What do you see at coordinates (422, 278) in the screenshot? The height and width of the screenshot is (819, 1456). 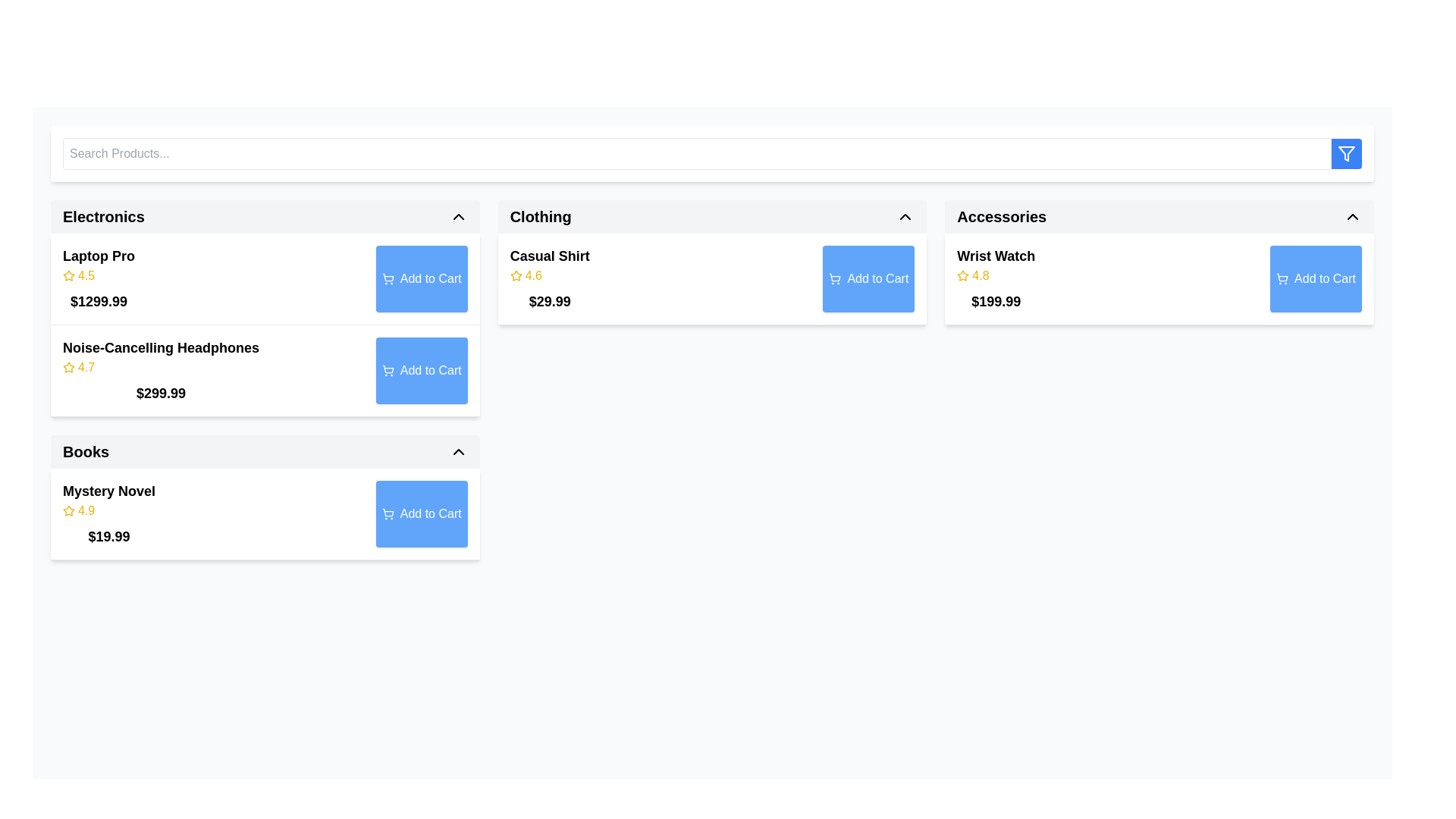 I see `the blue 'Add to Cart' button with a shopping cart icon located to the right of the price '$1299.99' for the product 'Laptop Pro'` at bounding box center [422, 278].